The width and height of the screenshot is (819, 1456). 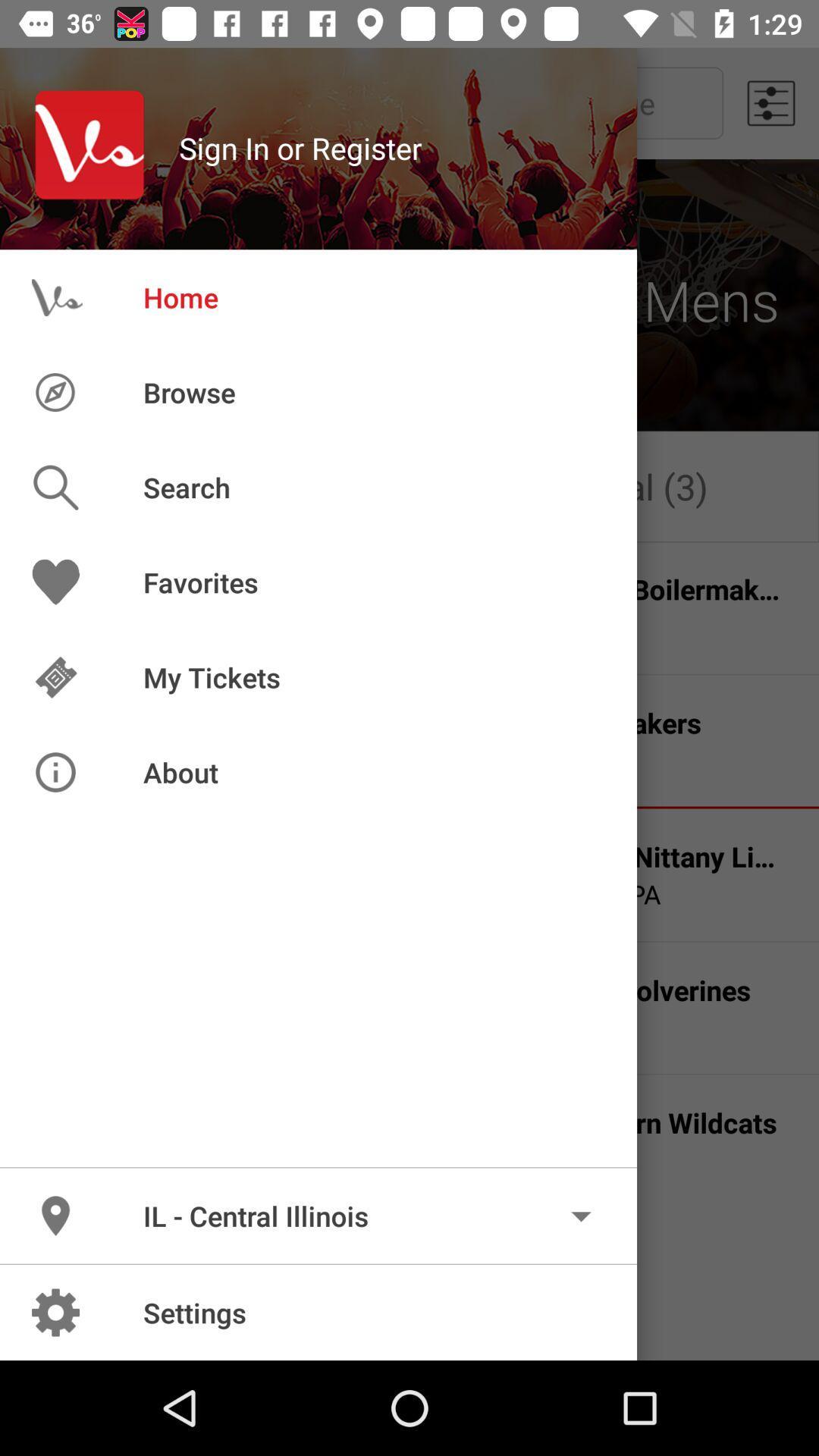 I want to click on the search image option, so click(x=79, y=488).